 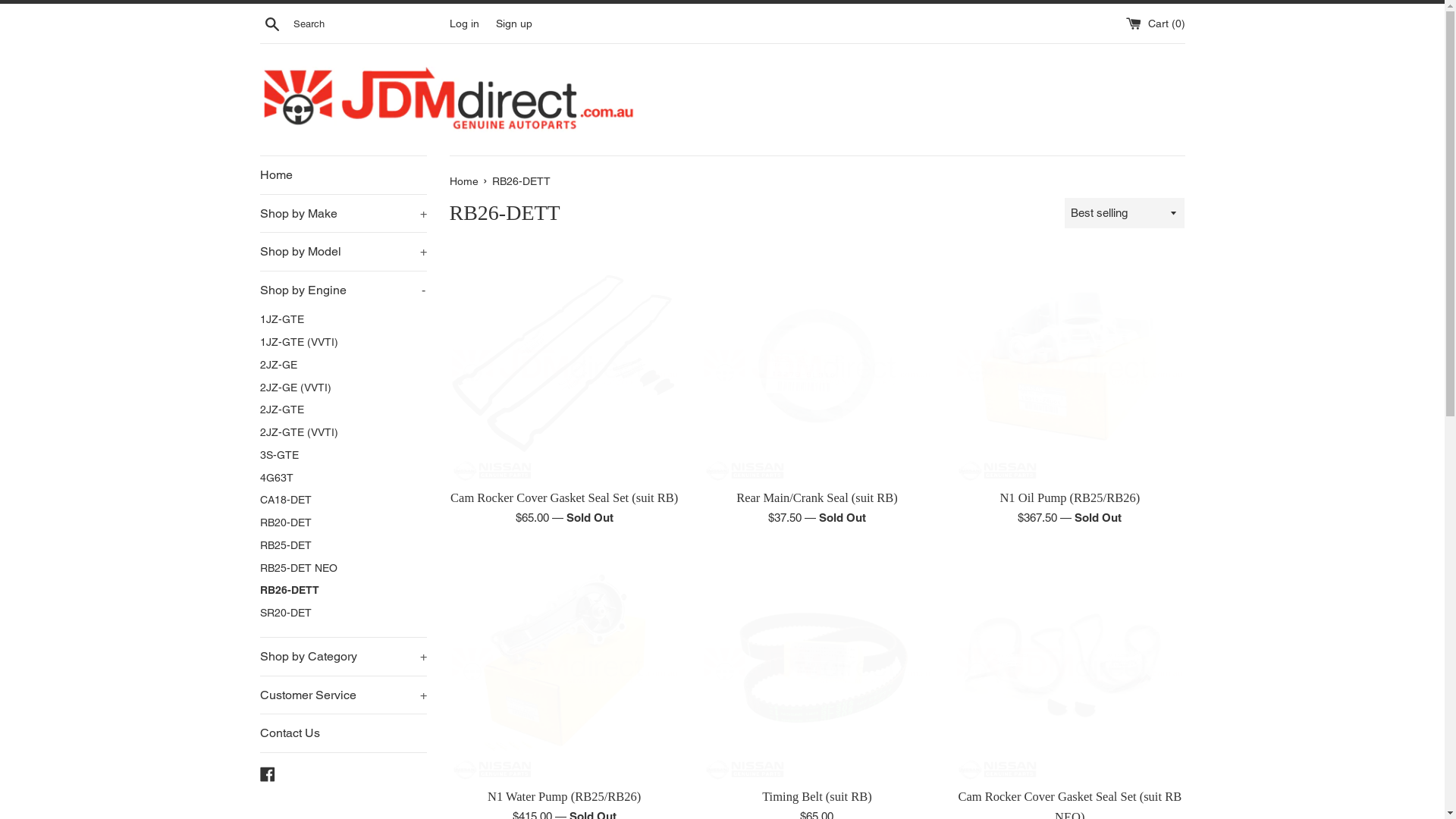 What do you see at coordinates (816, 795) in the screenshot?
I see `'Timing Belt (suit RB)'` at bounding box center [816, 795].